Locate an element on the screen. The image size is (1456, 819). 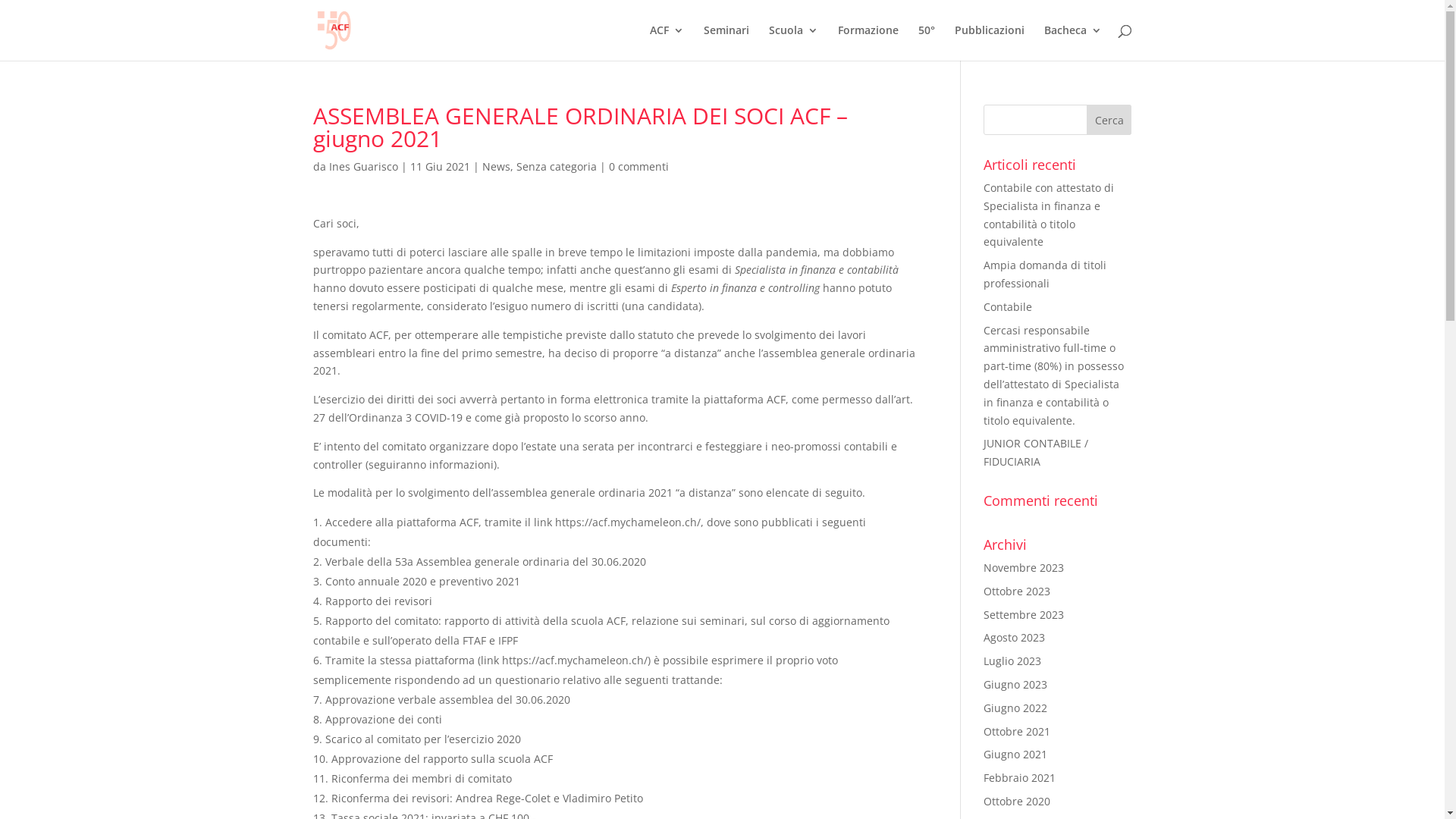
'Bacheca' is located at coordinates (1072, 42).